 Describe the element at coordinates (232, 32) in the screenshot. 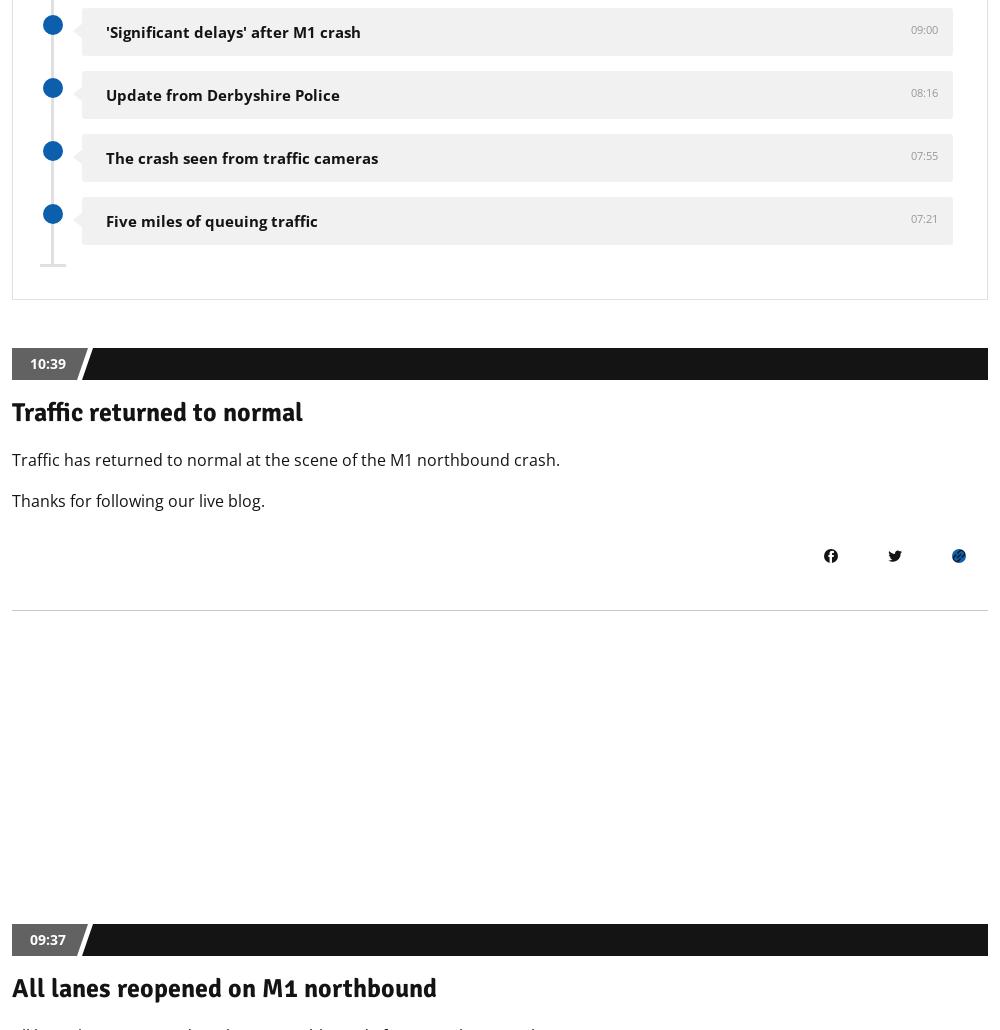

I see `''Significant delays' after M1 crash'` at that location.